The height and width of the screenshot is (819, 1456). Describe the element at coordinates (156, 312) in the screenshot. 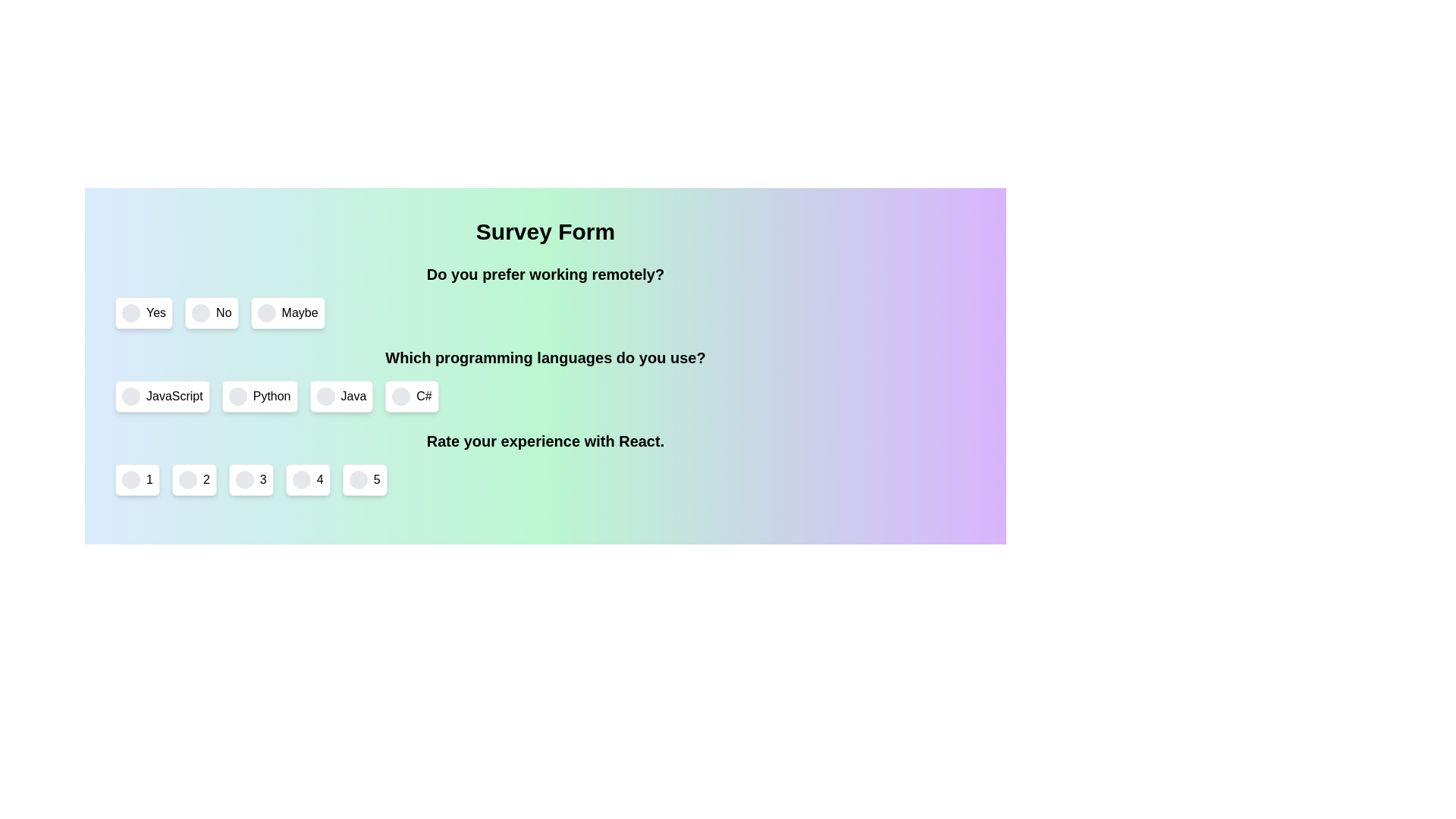

I see `the static text label 'Yes' associated with the radio button for further interaction` at that location.